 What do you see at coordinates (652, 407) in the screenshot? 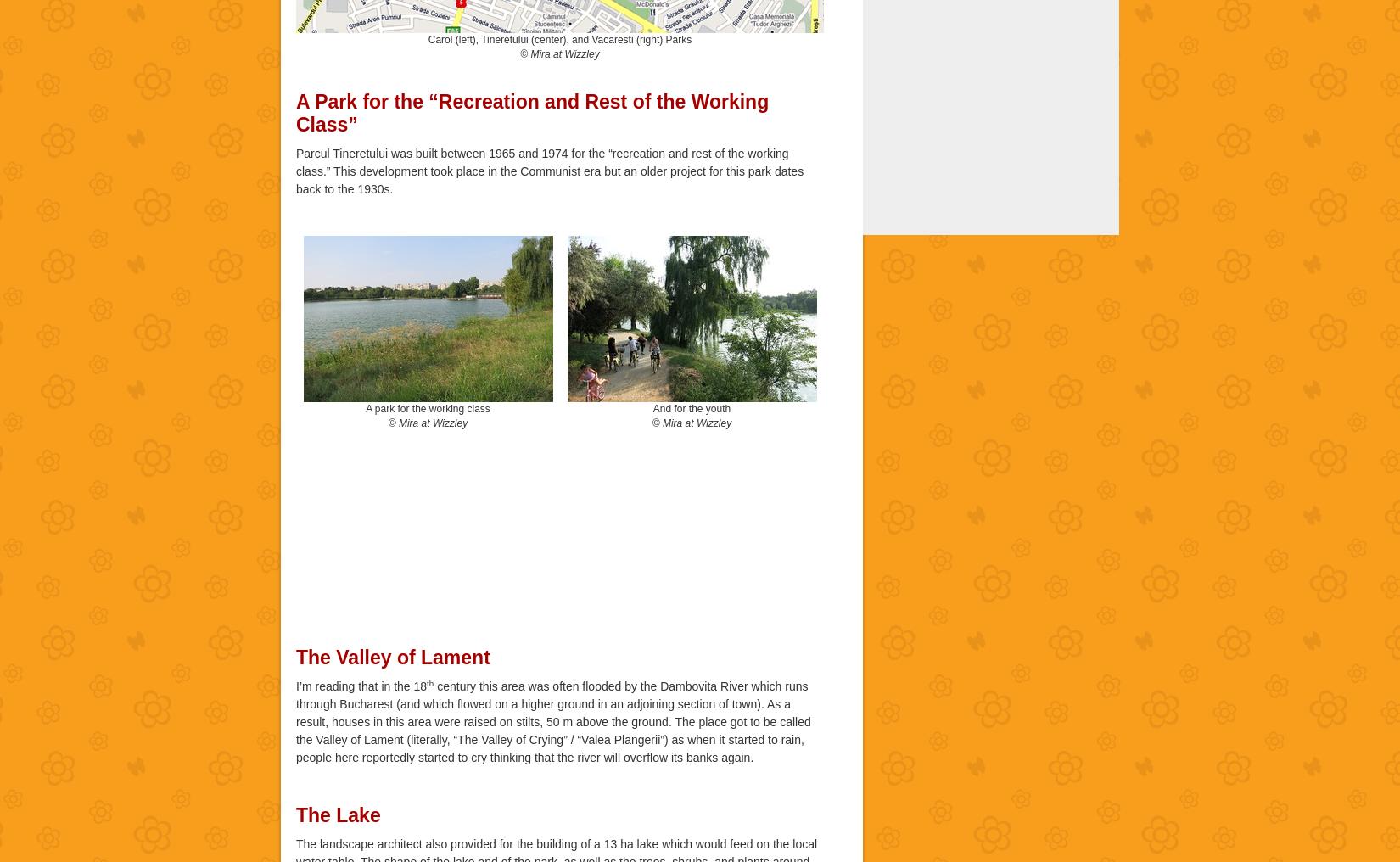
I see `'And for the youth'` at bounding box center [652, 407].